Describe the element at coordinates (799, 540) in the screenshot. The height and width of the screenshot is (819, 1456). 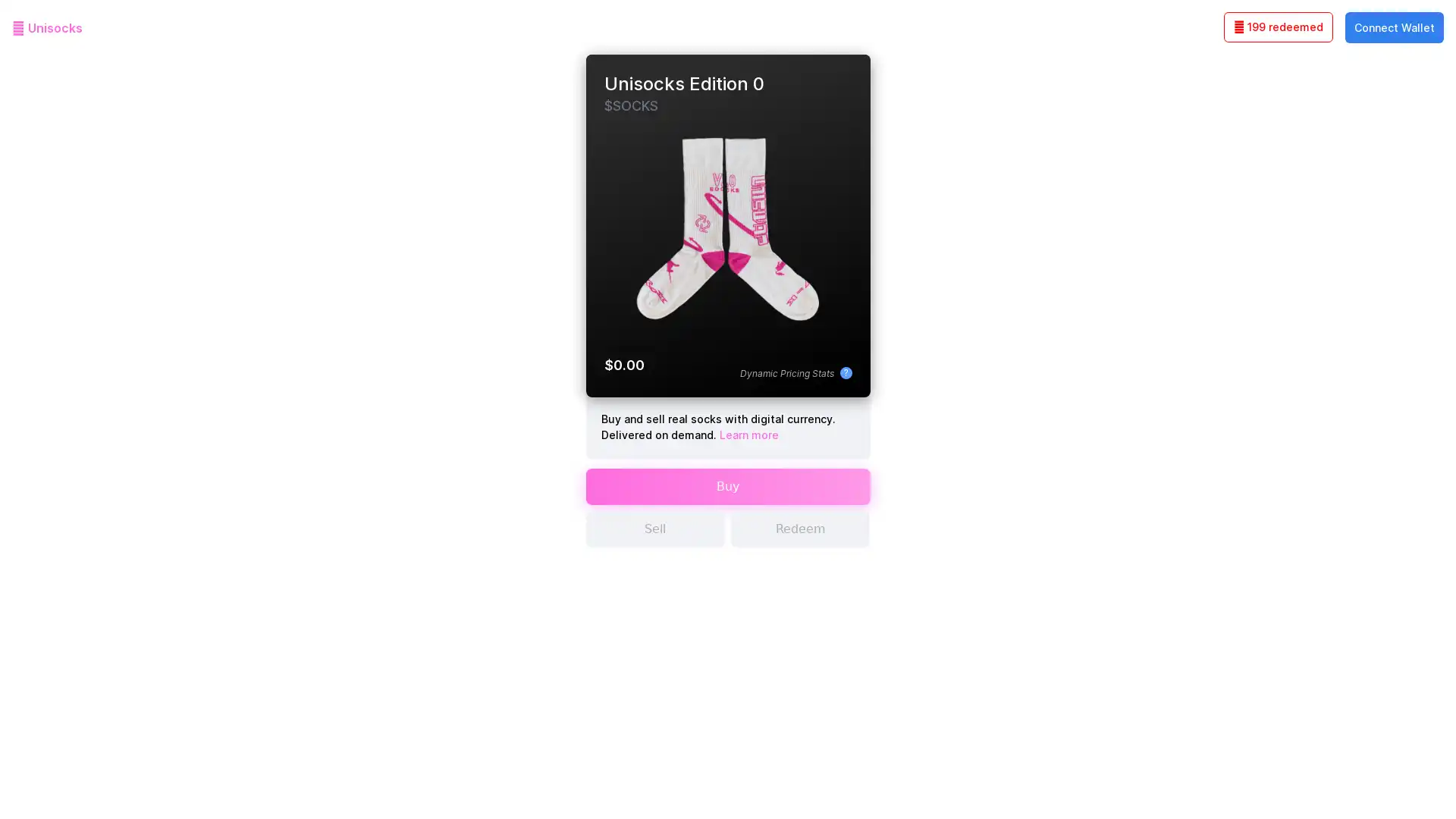
I see `Redeem` at that location.